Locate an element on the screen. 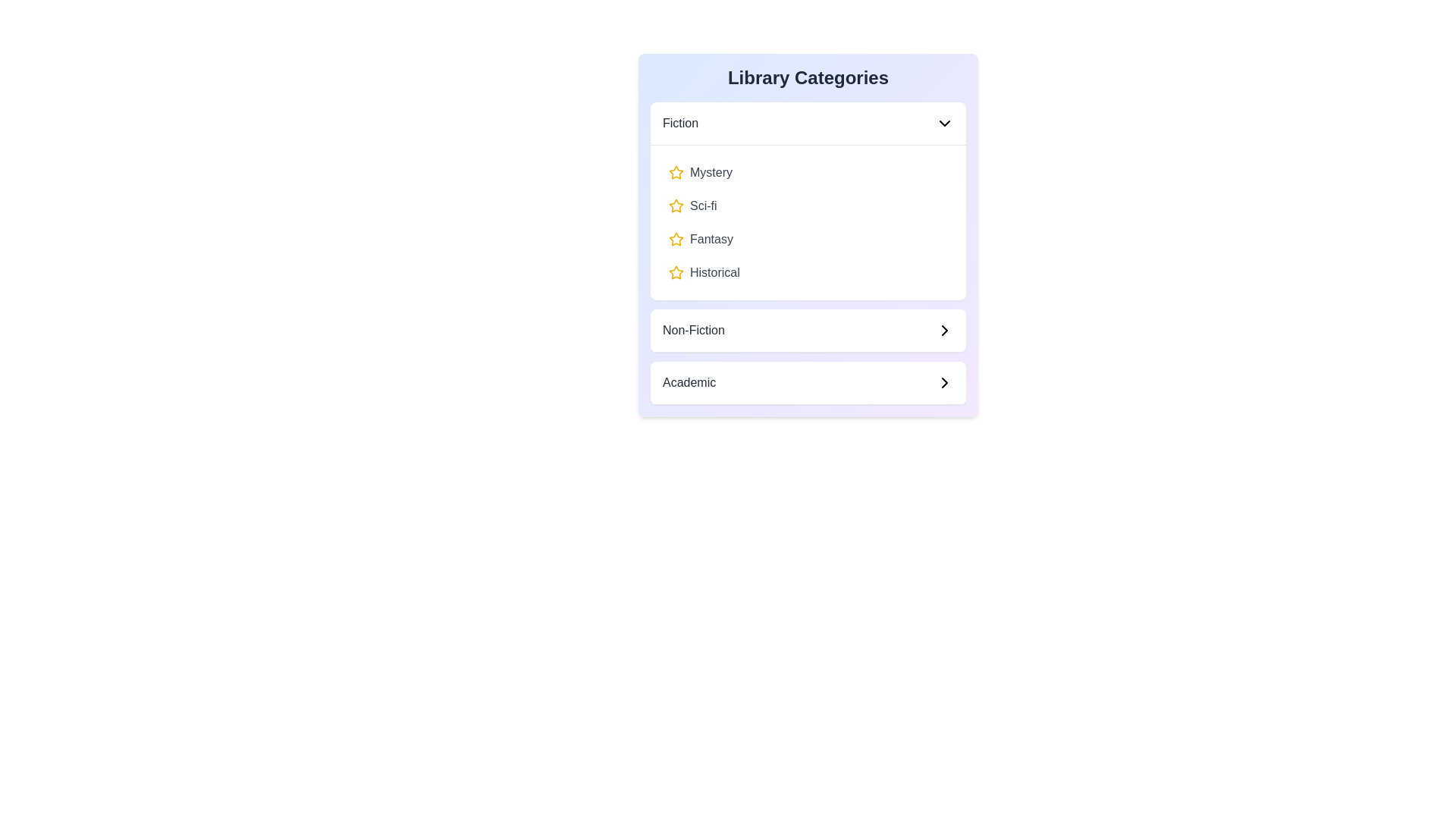 The width and height of the screenshot is (1456, 819). the item Fantasy from the expanded 'Fiction' category is located at coordinates (807, 239).